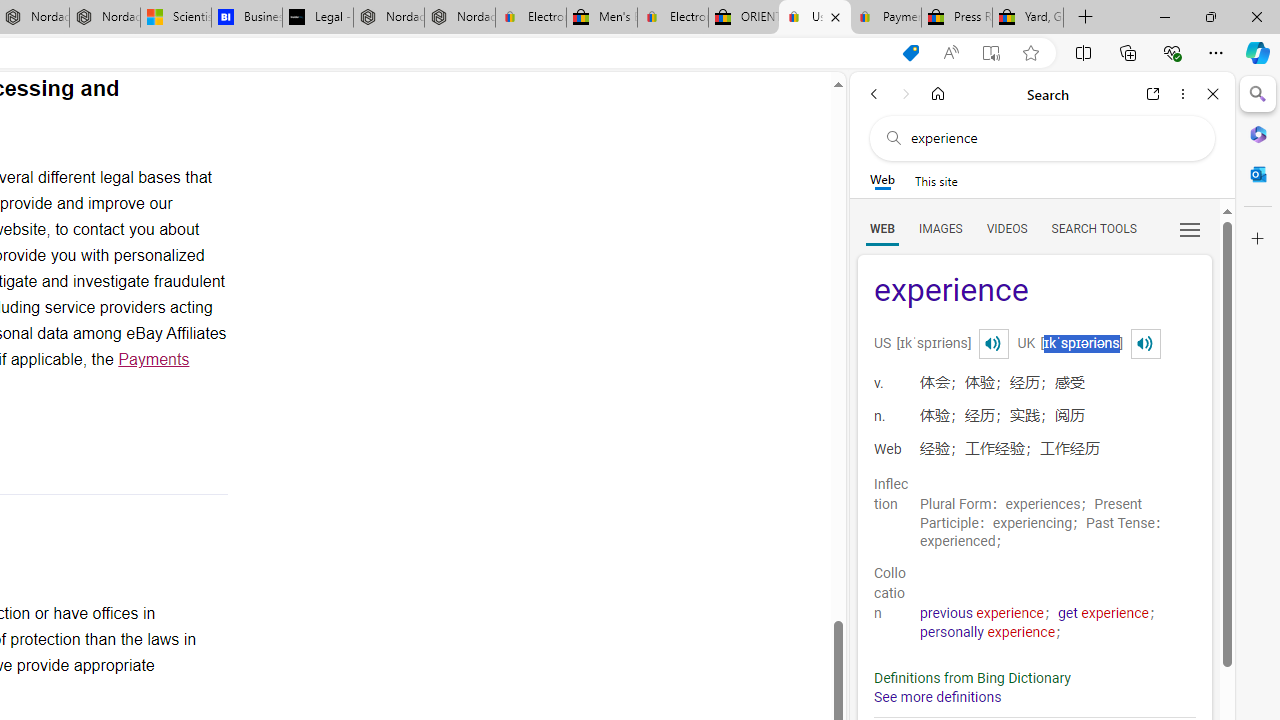 The width and height of the screenshot is (1280, 720). What do you see at coordinates (939, 227) in the screenshot?
I see `'Search Filter, IMAGES'` at bounding box center [939, 227].